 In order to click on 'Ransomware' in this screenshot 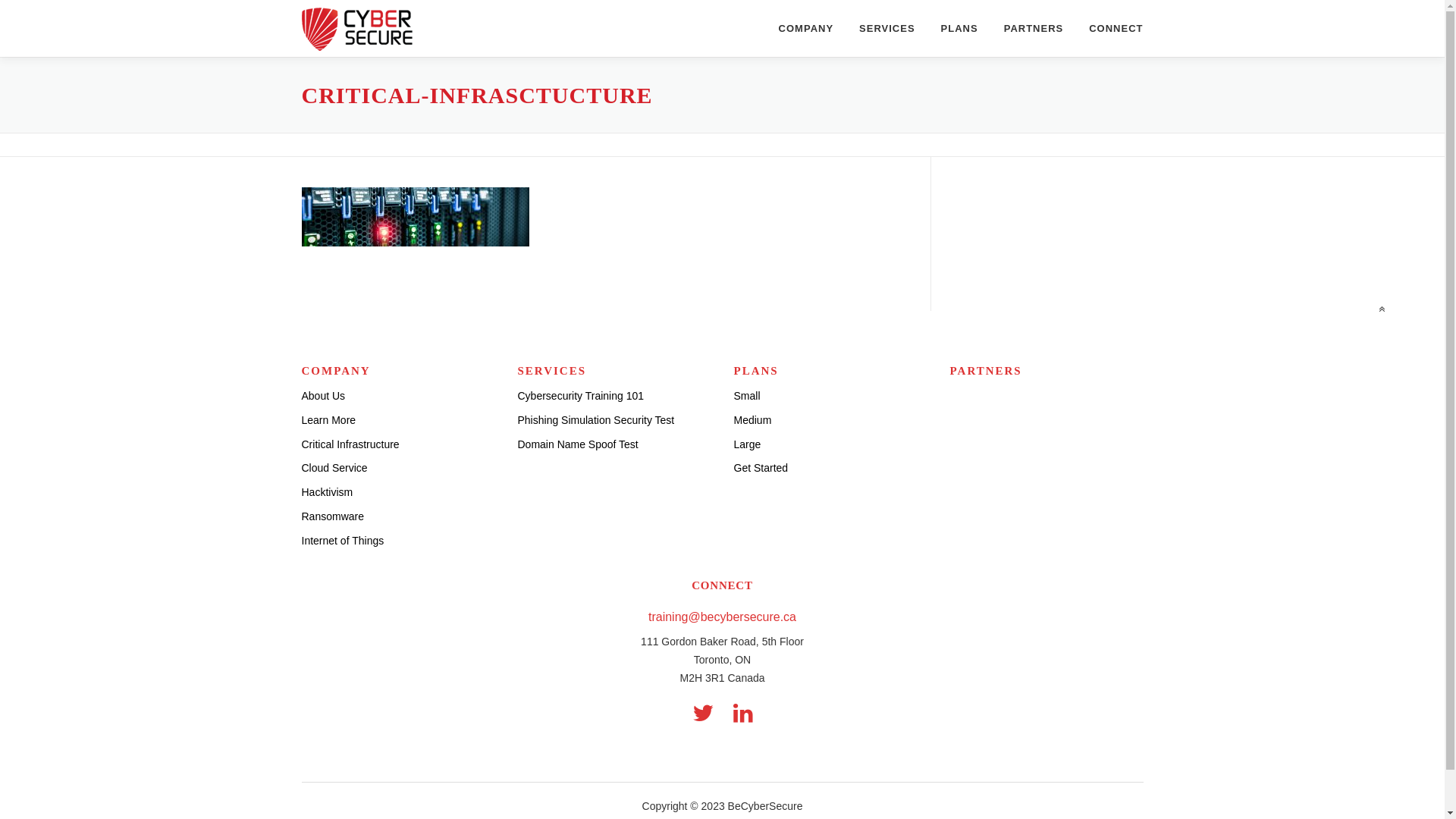, I will do `click(302, 516)`.